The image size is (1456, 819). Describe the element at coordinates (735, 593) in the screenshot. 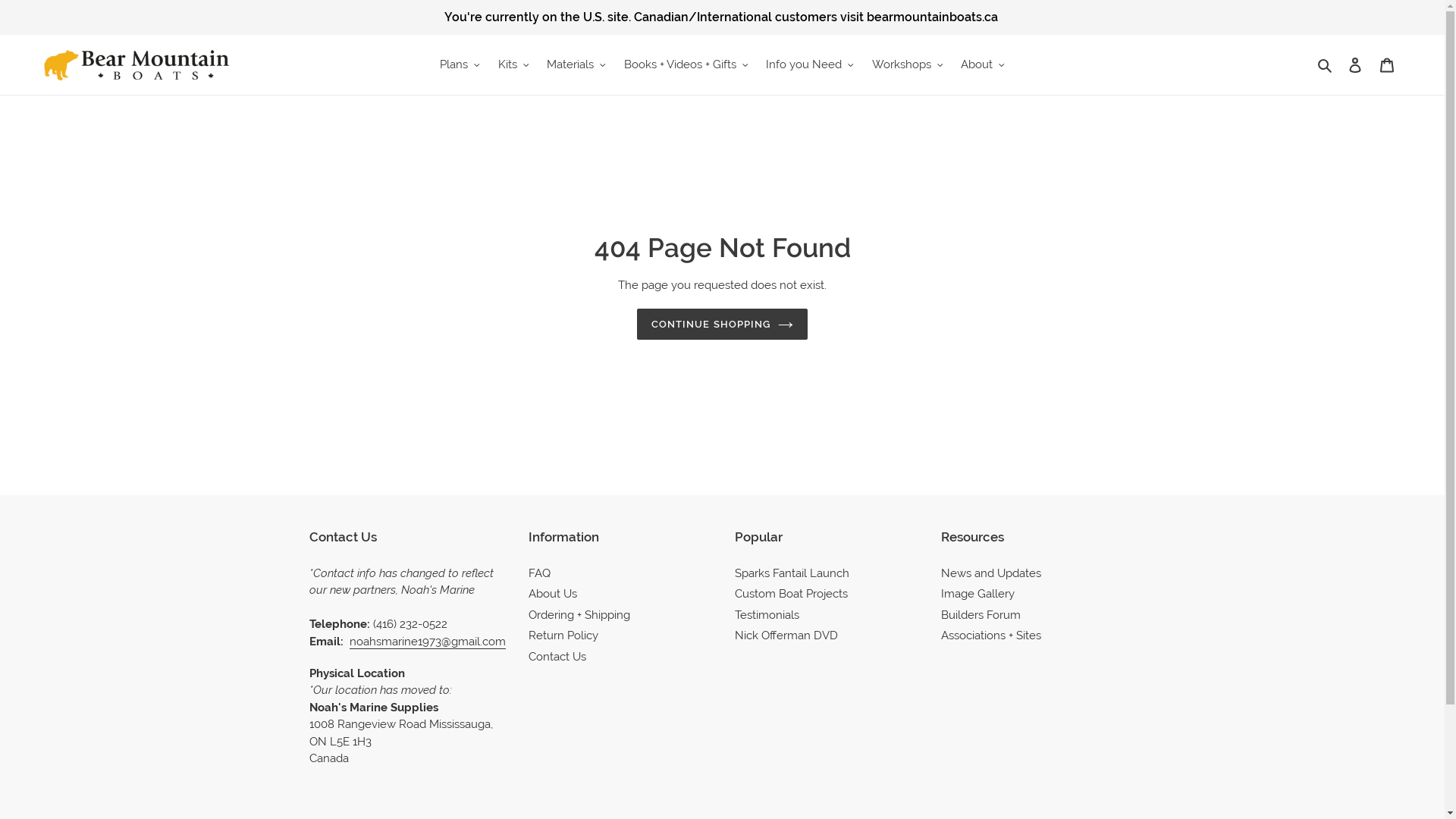

I see `'Custom Boat Projects'` at that location.